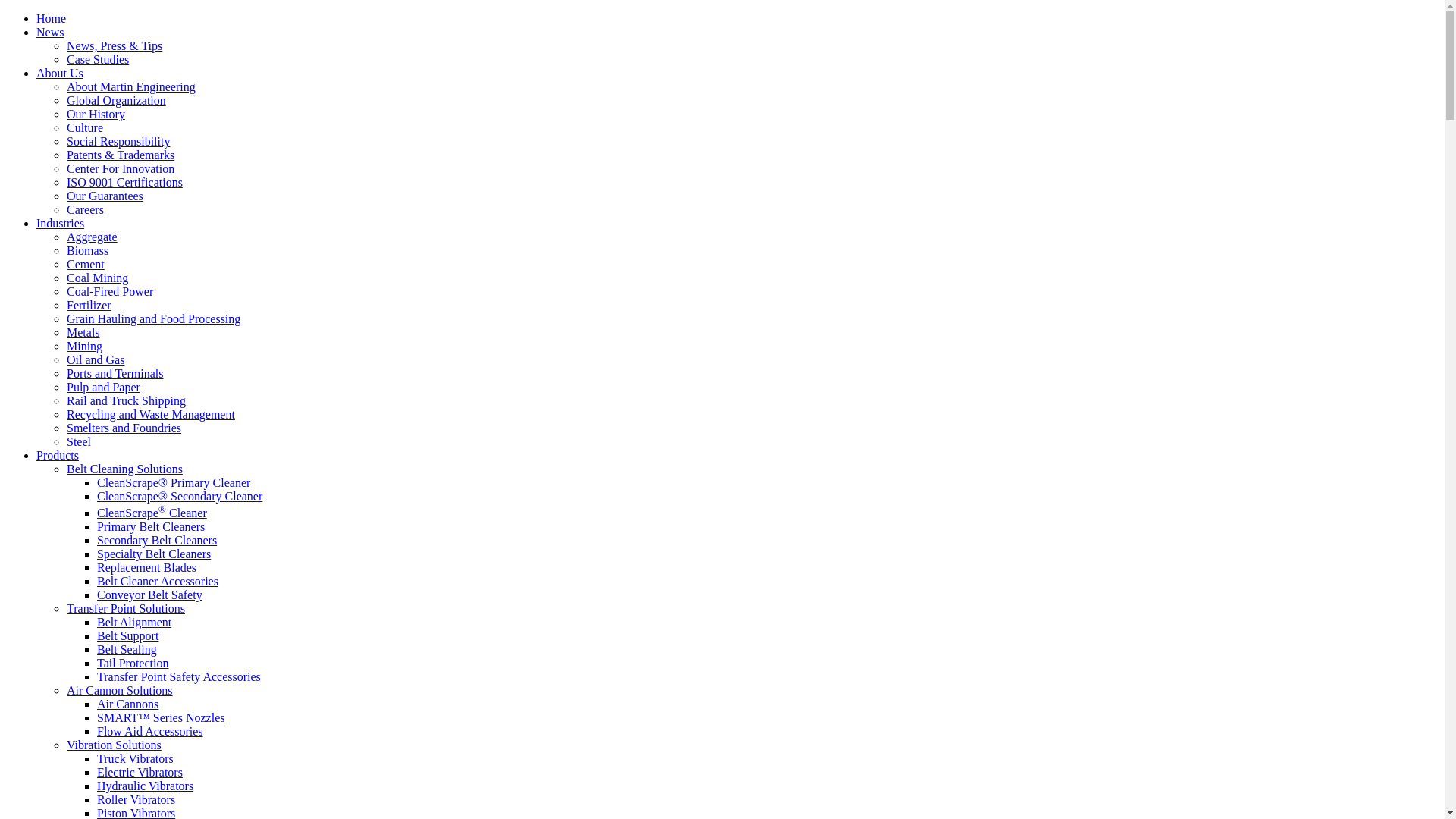  What do you see at coordinates (83, 331) in the screenshot?
I see `'Metals'` at bounding box center [83, 331].